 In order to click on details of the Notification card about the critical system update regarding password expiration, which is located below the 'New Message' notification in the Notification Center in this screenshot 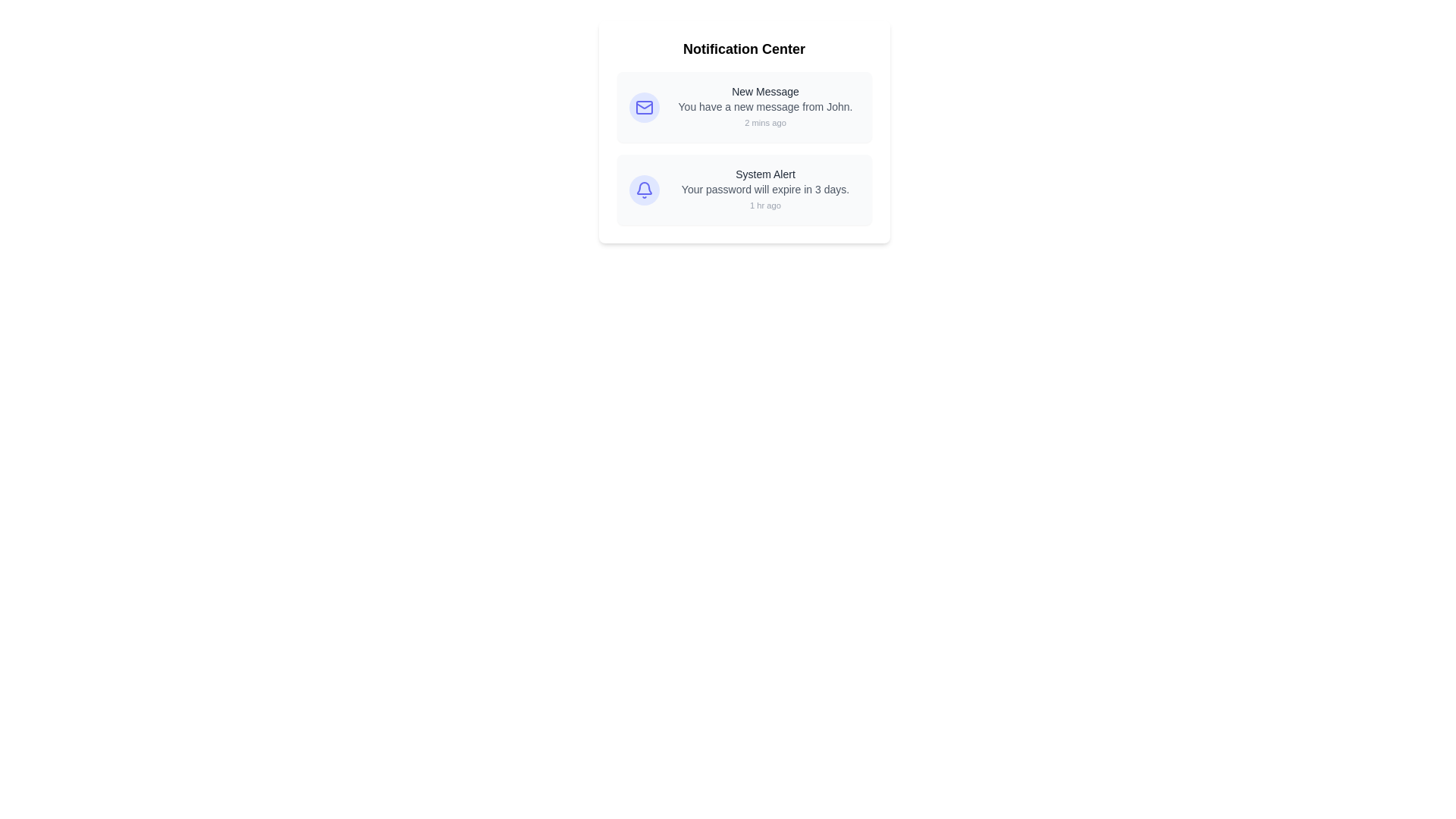, I will do `click(744, 189)`.